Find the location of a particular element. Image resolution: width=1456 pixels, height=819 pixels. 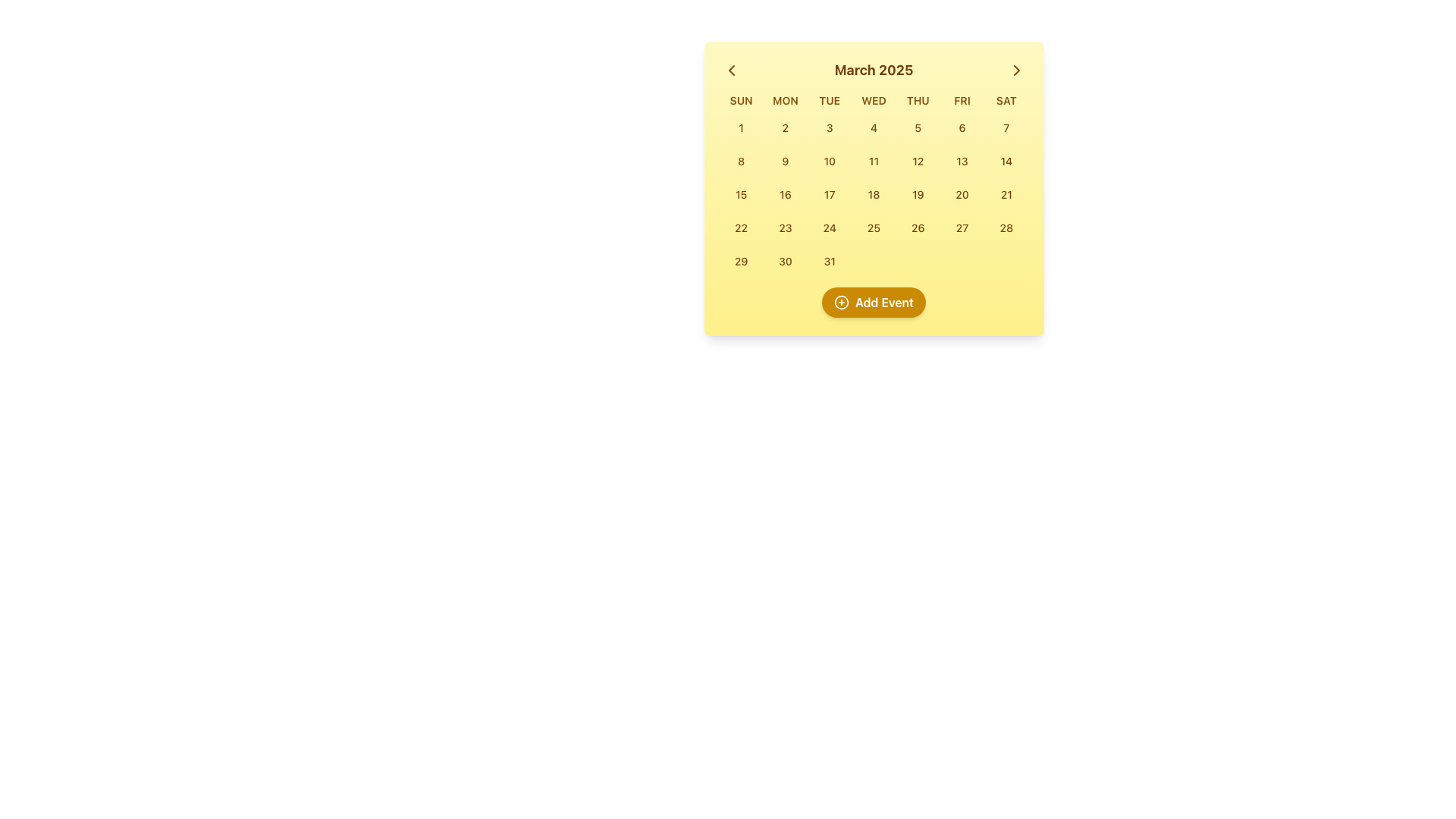

the Text Label displaying the number '8' within the highlighted date cell of the calendar for March 2025 is located at coordinates (741, 161).